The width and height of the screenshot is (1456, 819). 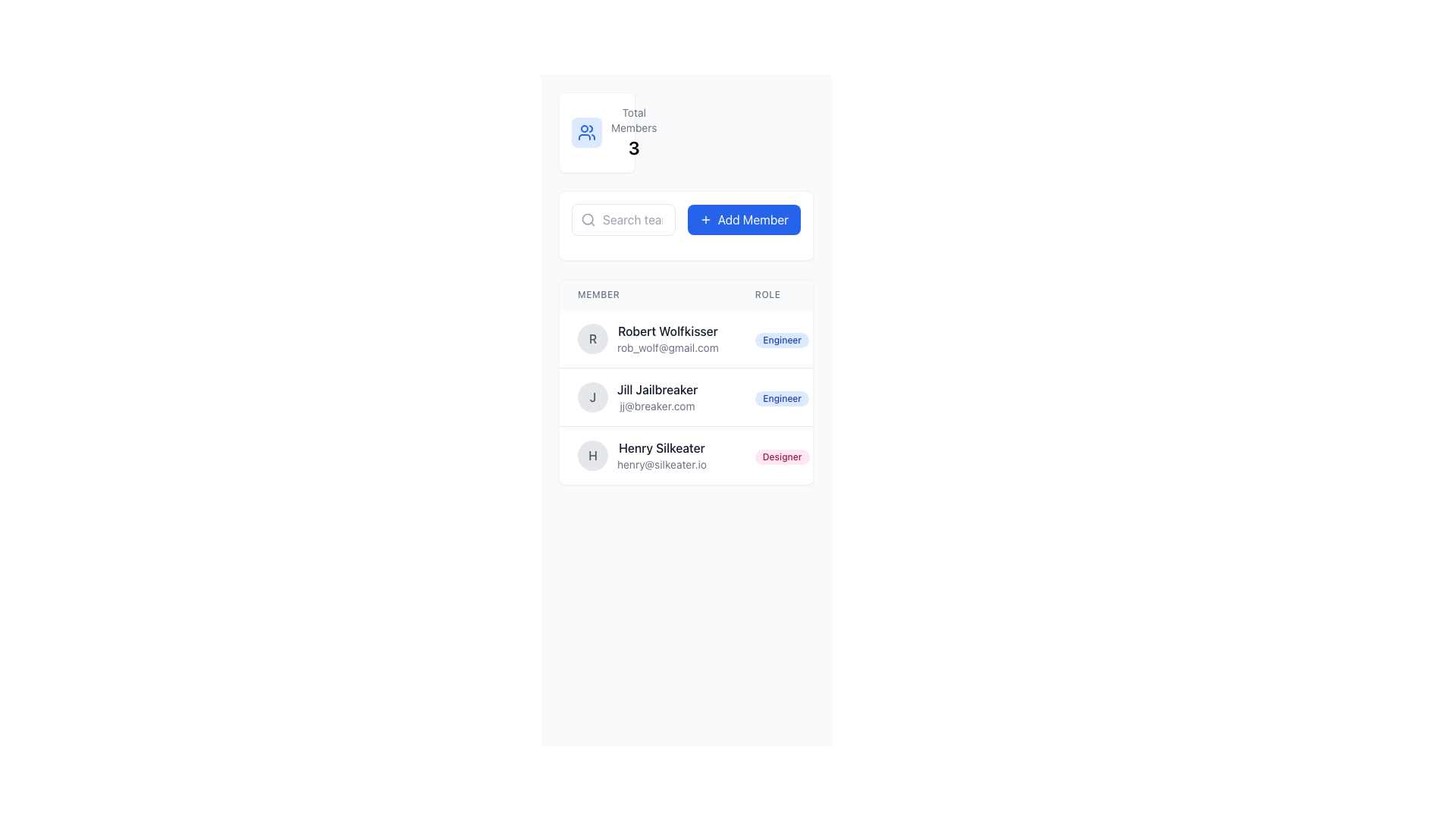 I want to click on the email address in the second row of the member table to copy it, which is located between 'Robert Wolfkisser' and 'Henry Silkeater', so click(x=686, y=381).